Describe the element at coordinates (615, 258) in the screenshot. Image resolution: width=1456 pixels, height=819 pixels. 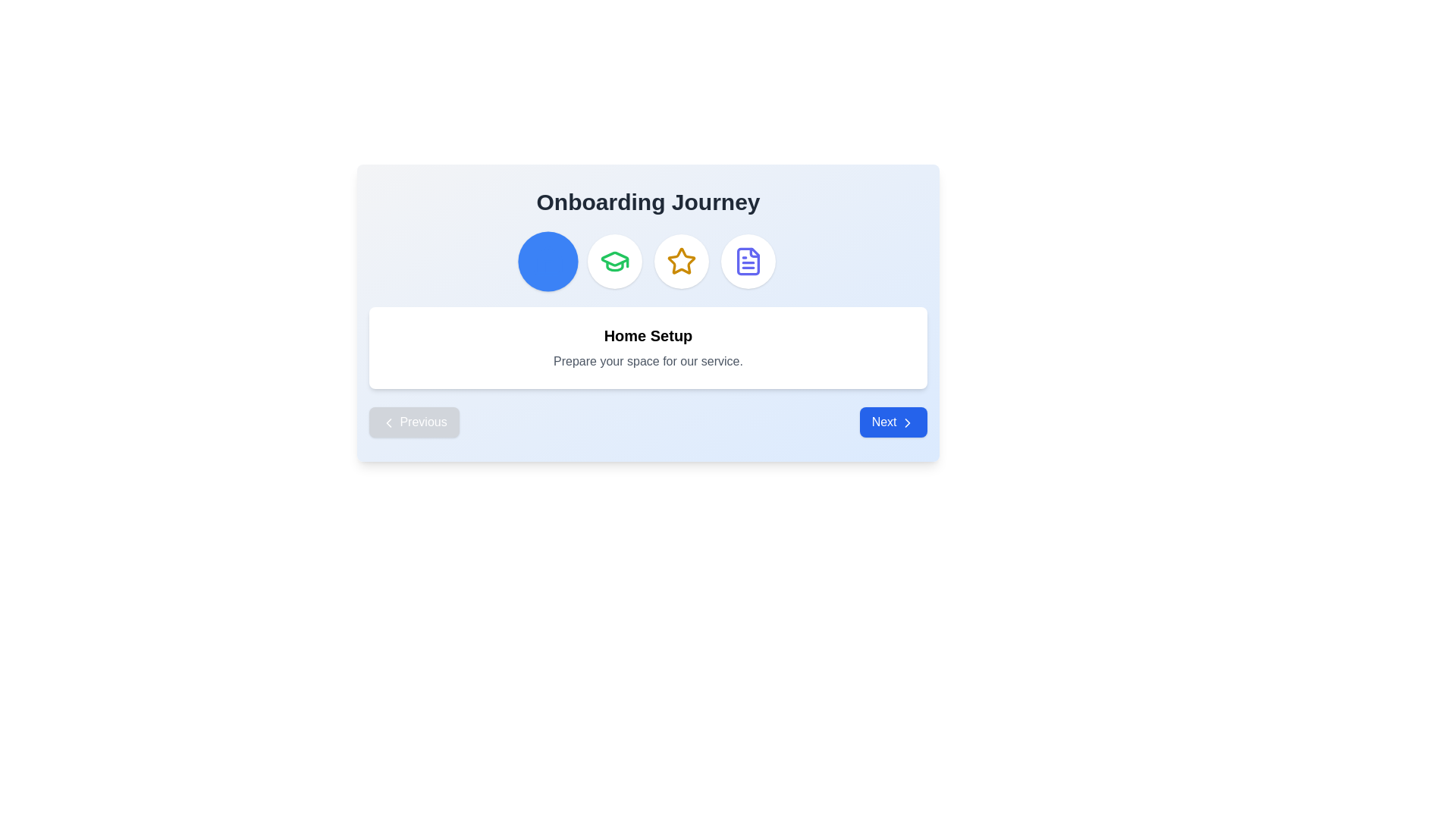
I see `the green graduation cap icon within the circular button` at that location.